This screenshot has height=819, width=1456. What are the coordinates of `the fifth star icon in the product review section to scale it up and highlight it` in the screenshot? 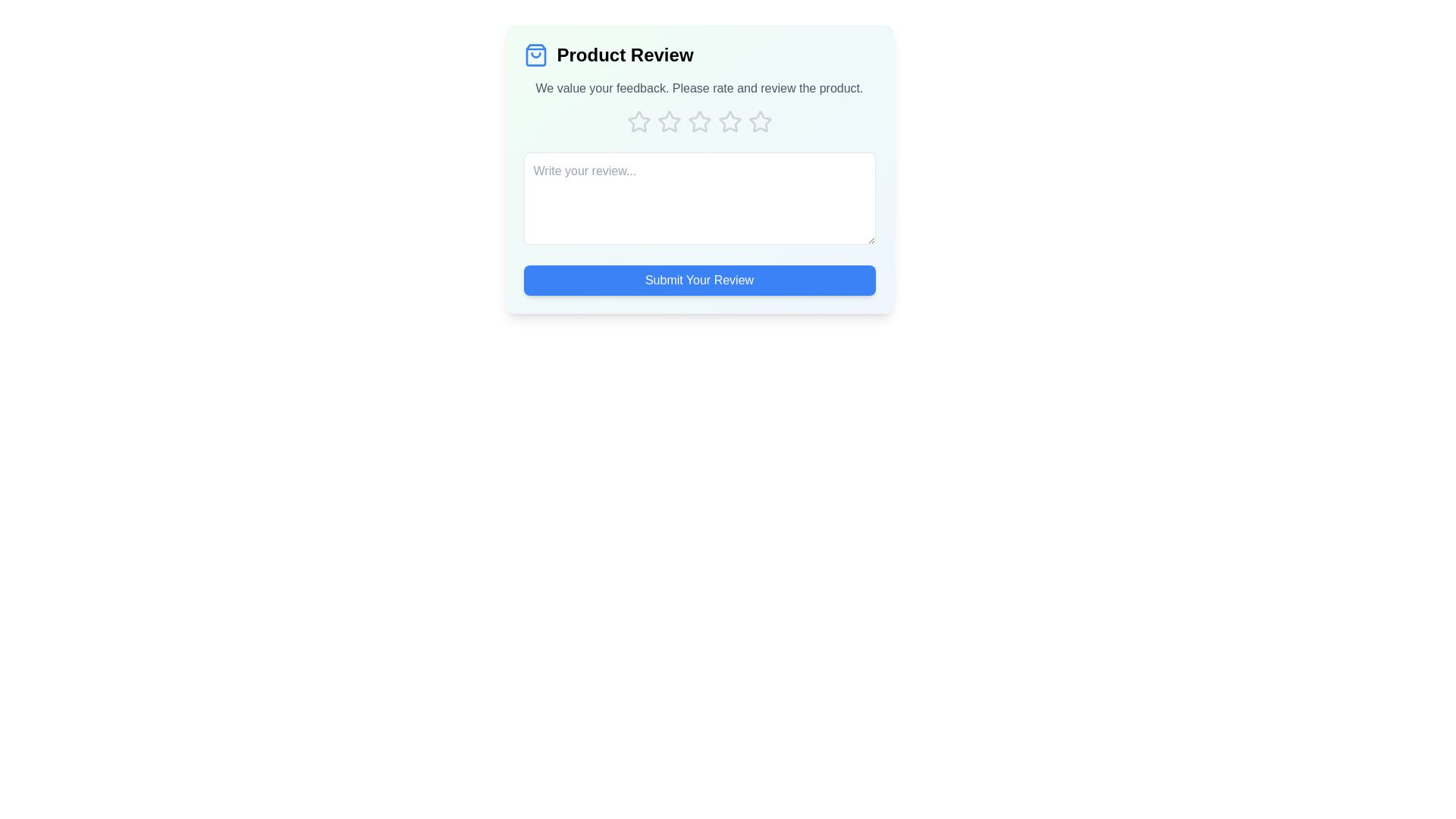 It's located at (760, 121).